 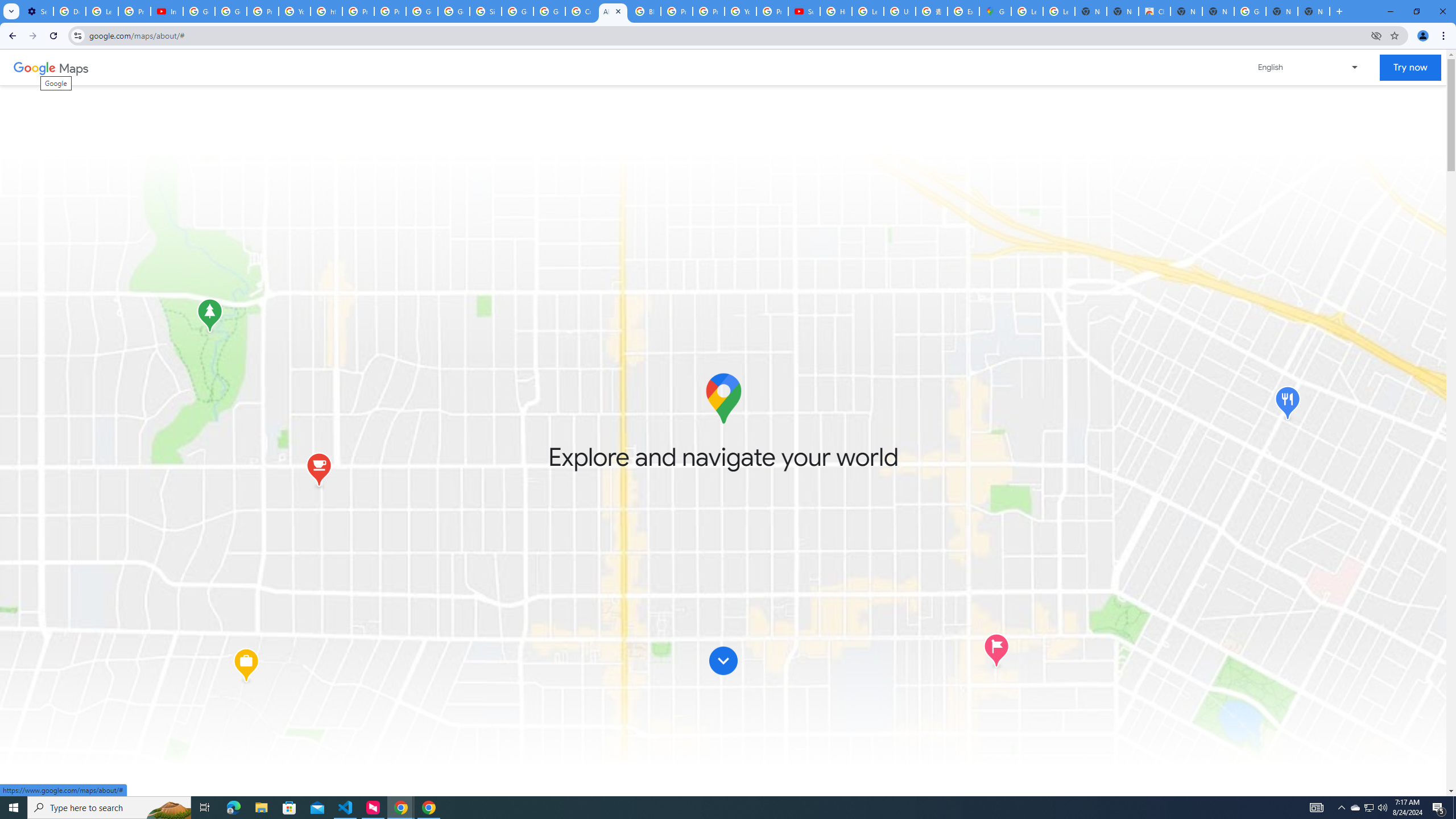 What do you see at coordinates (644, 11) in the screenshot?
I see `'Blogger Policies and Guidelines - Transparency Center'` at bounding box center [644, 11].